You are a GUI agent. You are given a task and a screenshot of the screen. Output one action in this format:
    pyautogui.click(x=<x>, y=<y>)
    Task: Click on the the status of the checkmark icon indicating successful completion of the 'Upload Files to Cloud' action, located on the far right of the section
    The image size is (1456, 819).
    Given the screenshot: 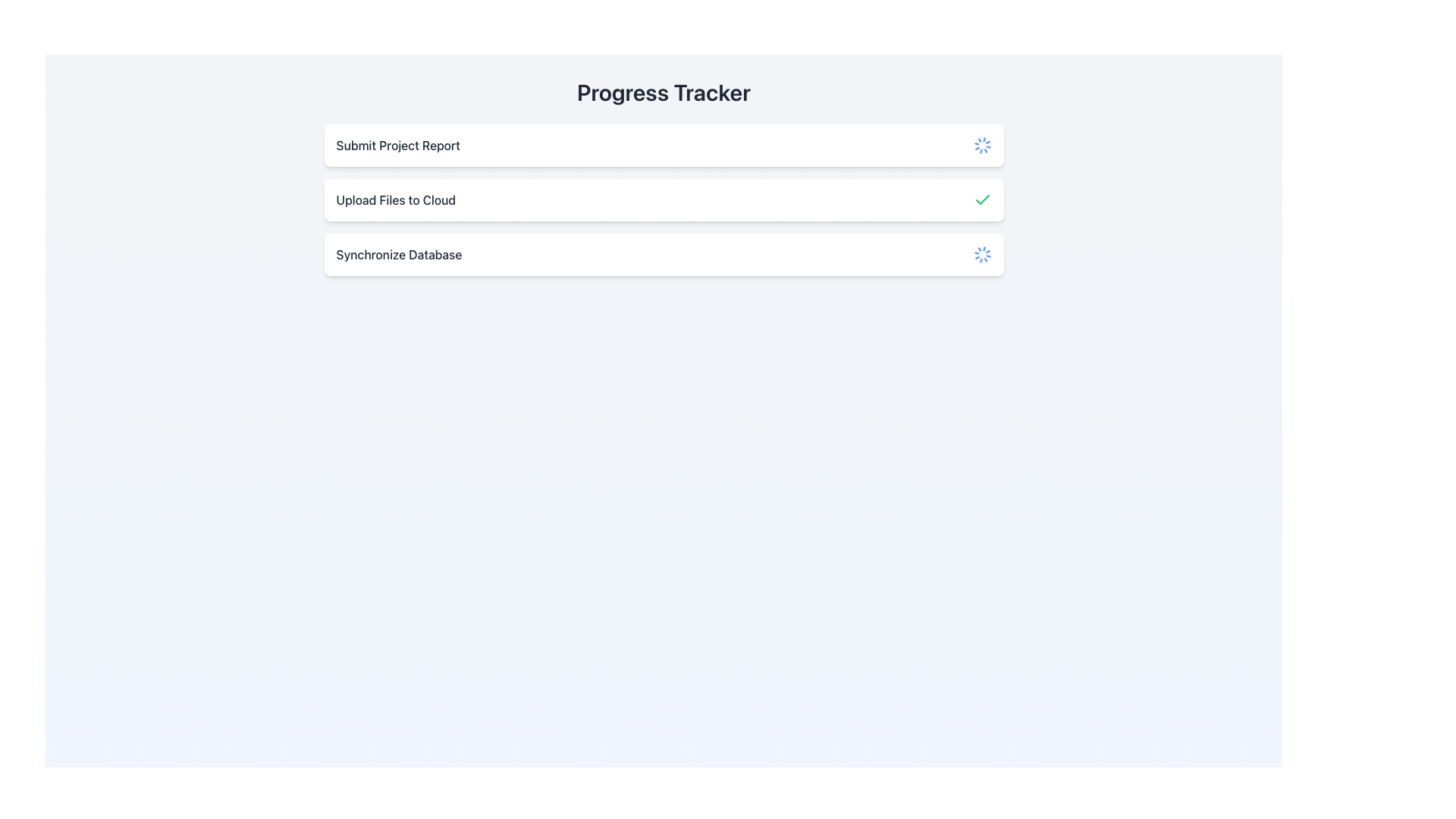 What is the action you would take?
    pyautogui.click(x=982, y=199)
    